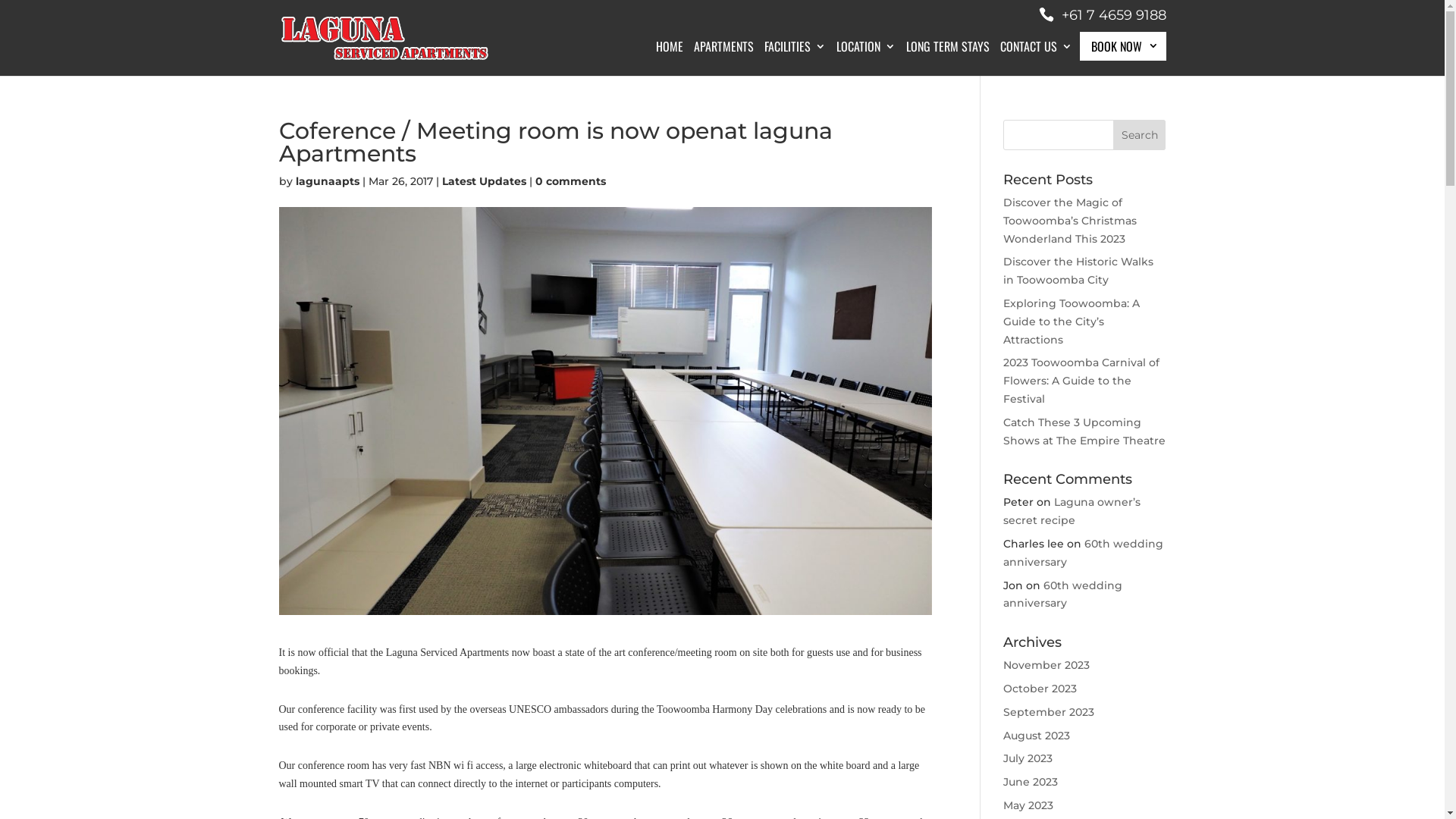 The height and width of the screenshot is (819, 1456). I want to click on 'Discover the Historic Walks in Toowoomba City', so click(1077, 270).